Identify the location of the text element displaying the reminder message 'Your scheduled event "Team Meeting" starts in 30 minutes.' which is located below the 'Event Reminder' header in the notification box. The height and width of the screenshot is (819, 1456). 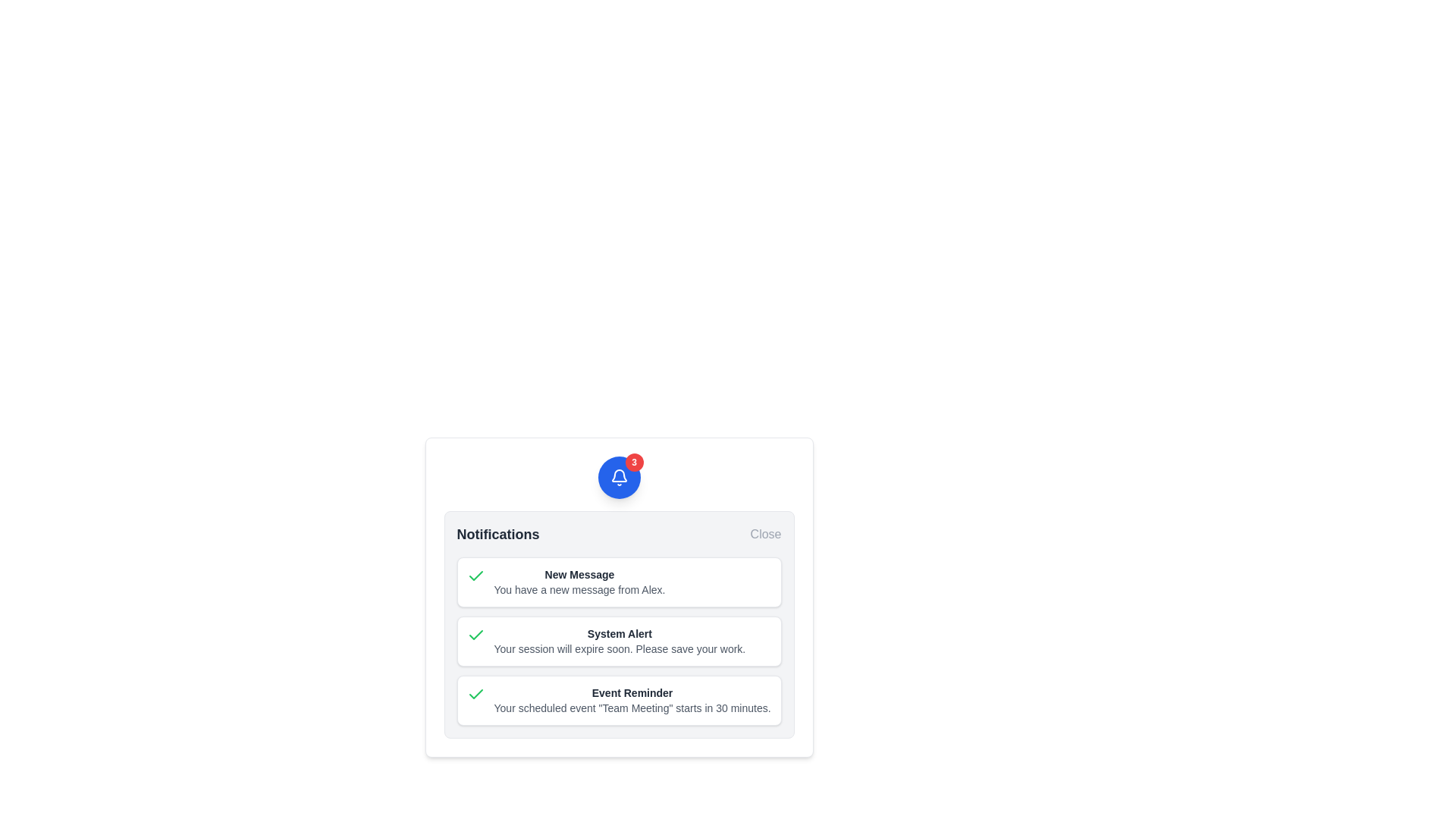
(632, 708).